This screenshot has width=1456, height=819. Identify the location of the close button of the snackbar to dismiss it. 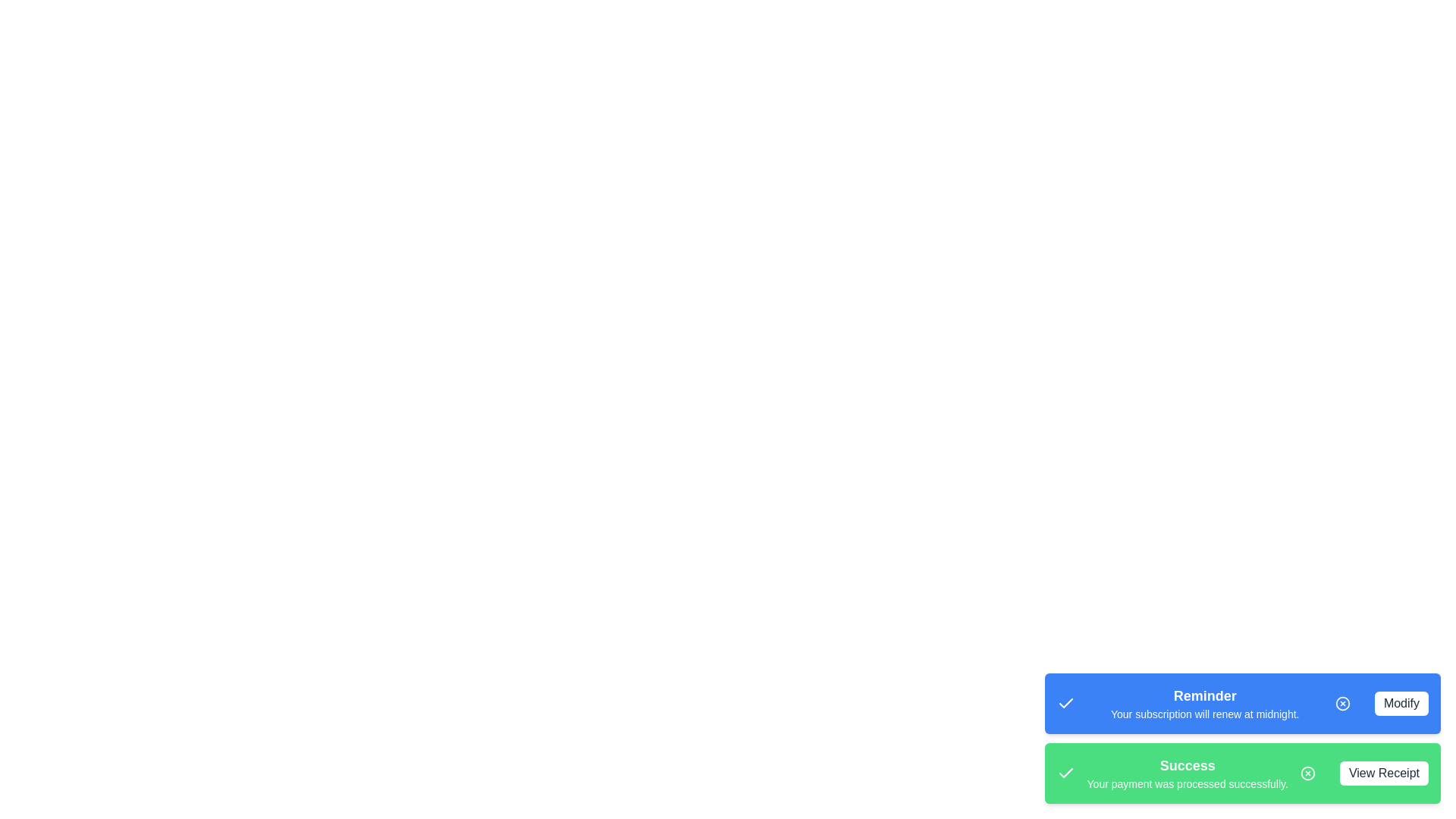
(1342, 704).